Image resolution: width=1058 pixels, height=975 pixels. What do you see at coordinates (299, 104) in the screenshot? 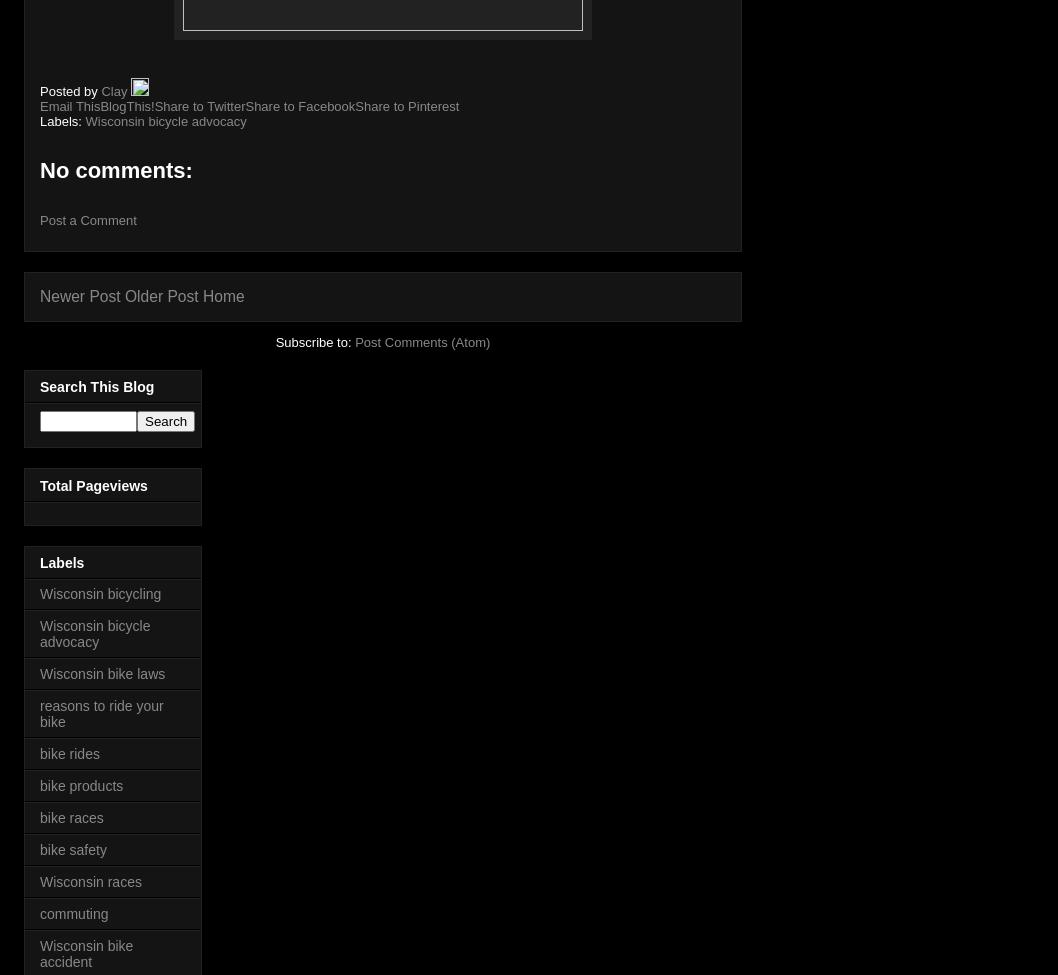
I see `'Share to Facebook'` at bounding box center [299, 104].